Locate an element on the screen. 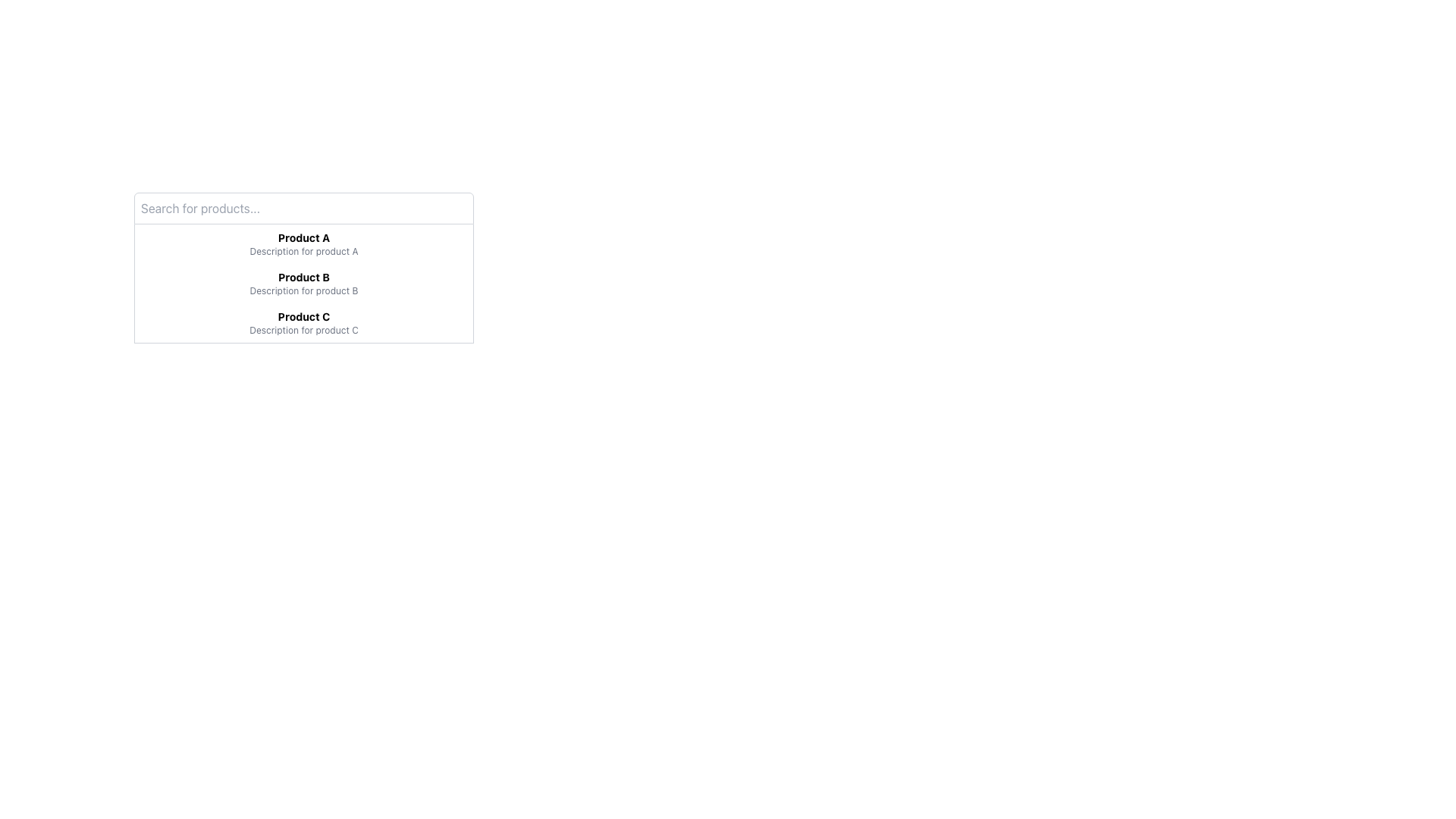 The height and width of the screenshot is (819, 1456). the text label that displays supplementary description for the associated product, located below the 'Product B' title label in the vertical list is located at coordinates (303, 291).